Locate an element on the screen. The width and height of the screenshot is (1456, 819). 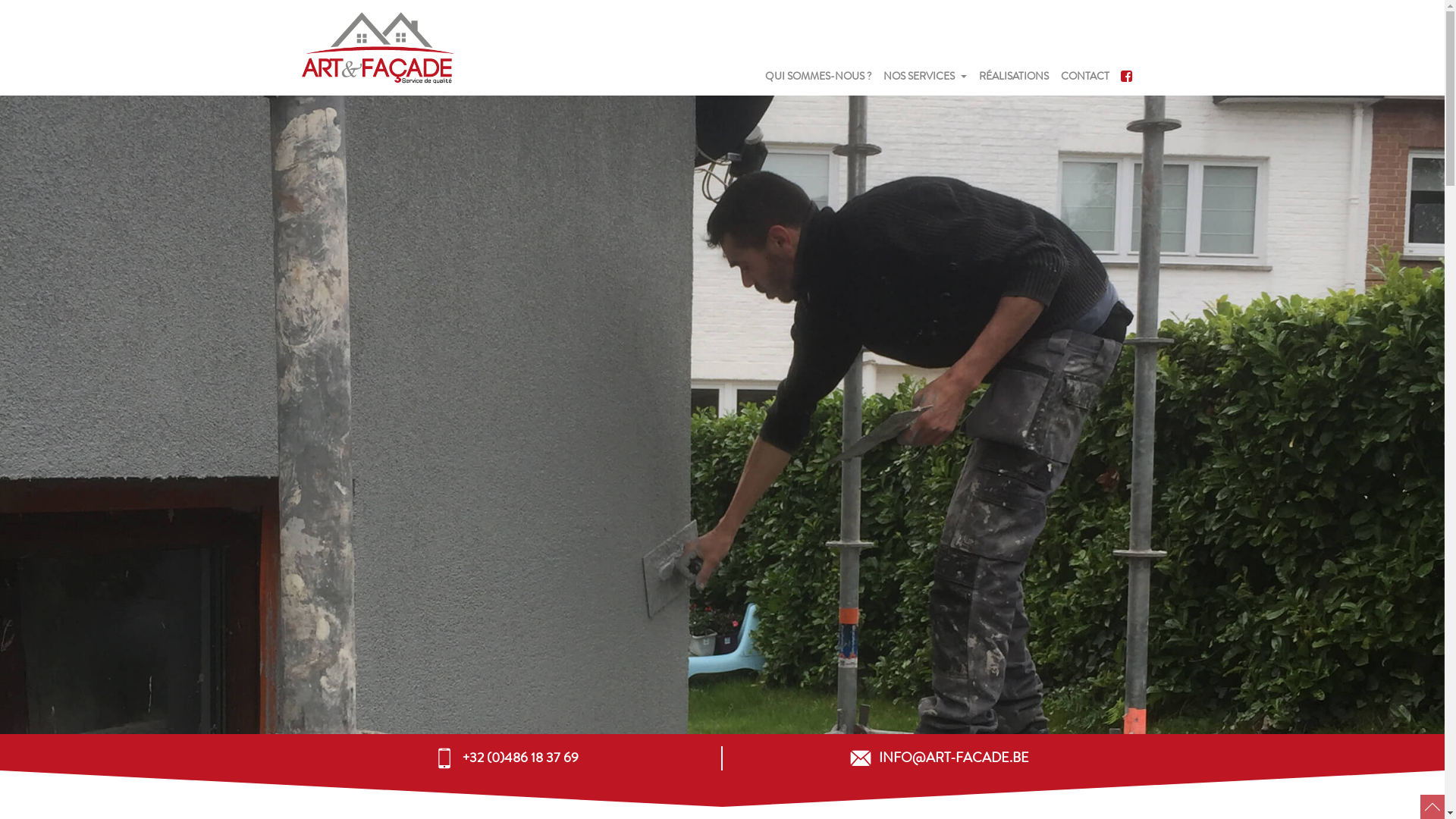
'CONTACT' is located at coordinates (1084, 77).